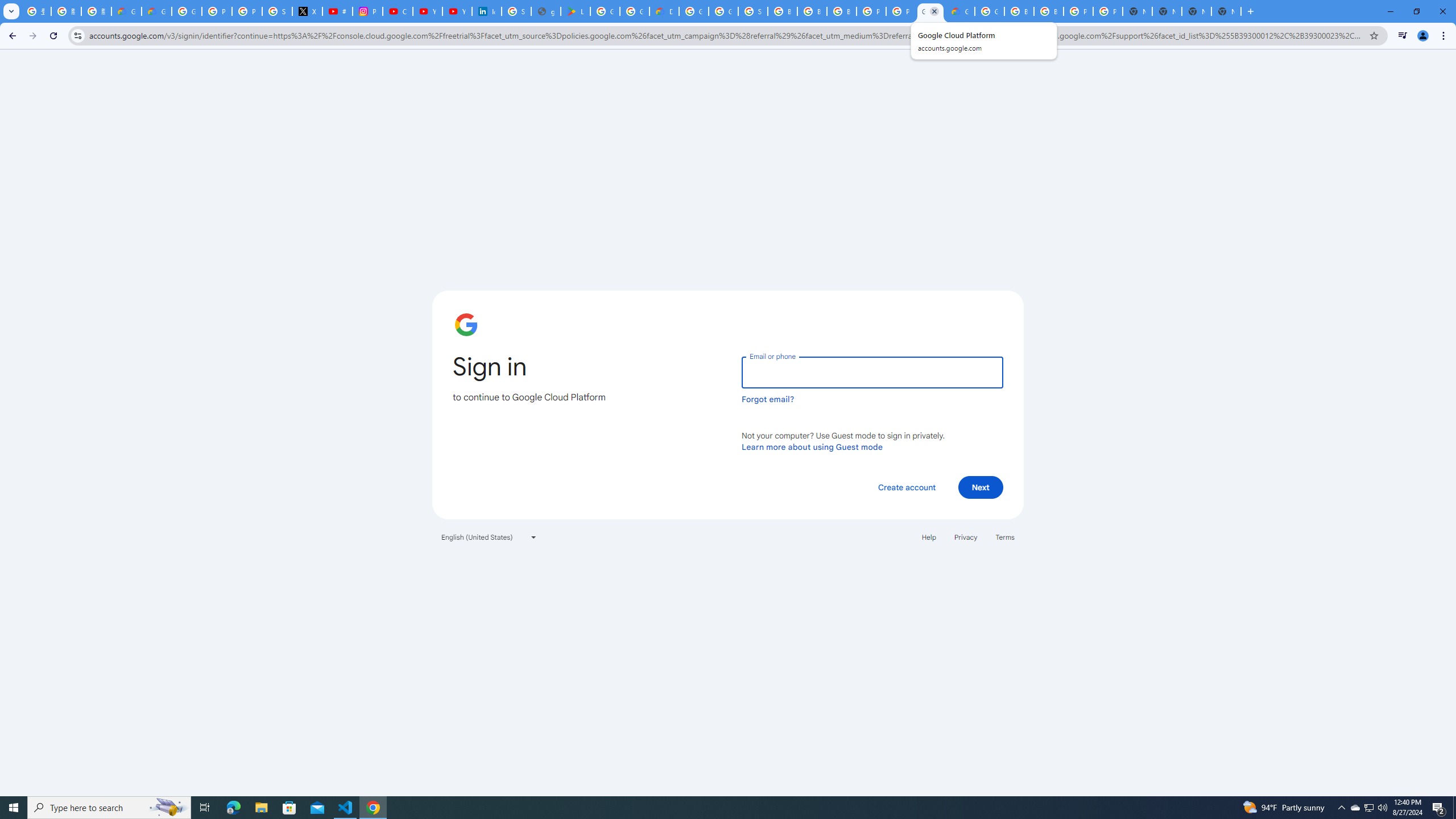  Describe the element at coordinates (489, 536) in the screenshot. I see `'English (United States)'` at that location.